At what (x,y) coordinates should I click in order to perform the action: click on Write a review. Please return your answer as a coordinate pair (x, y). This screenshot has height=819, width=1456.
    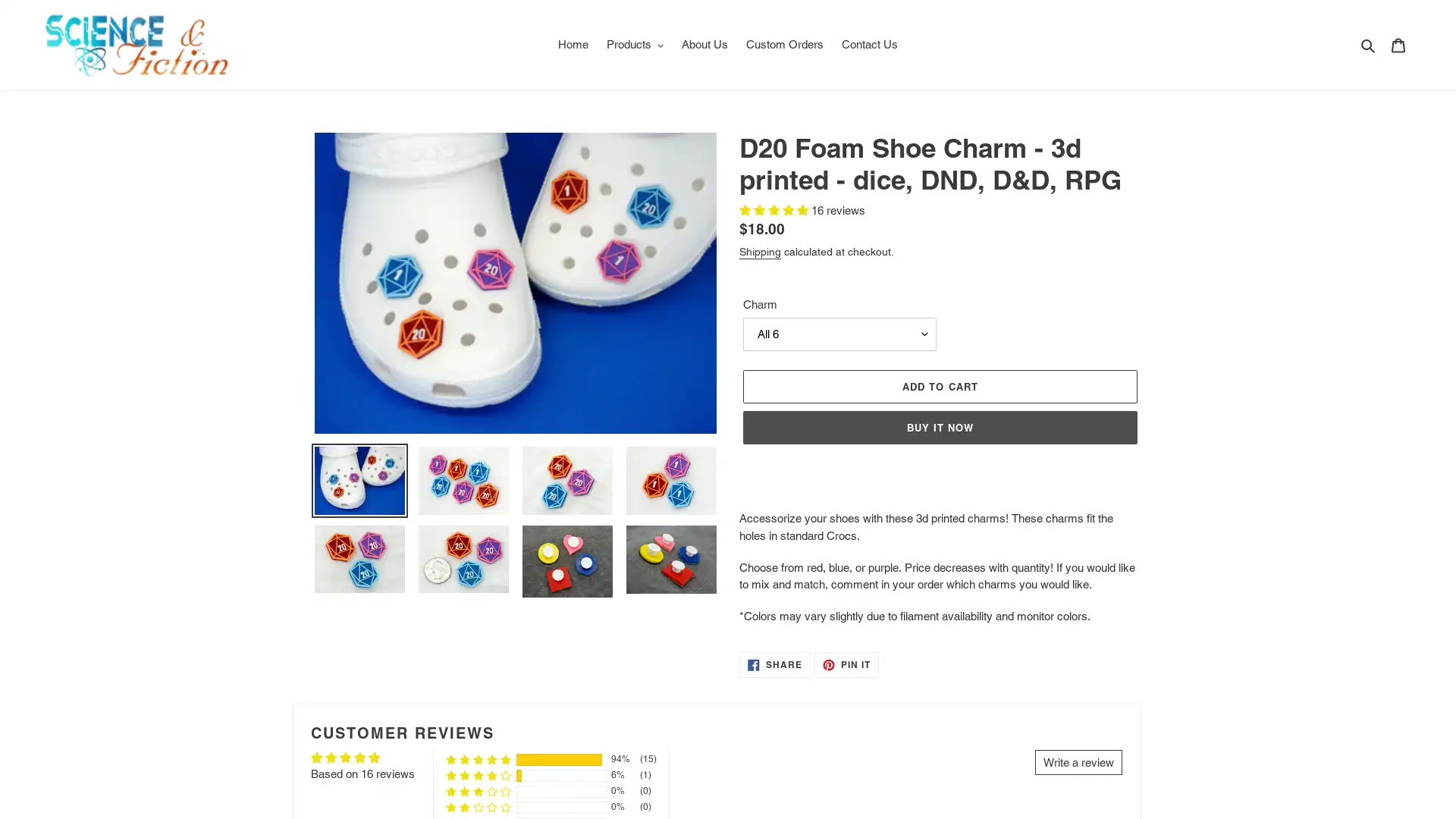
    Looking at the image, I should click on (1078, 761).